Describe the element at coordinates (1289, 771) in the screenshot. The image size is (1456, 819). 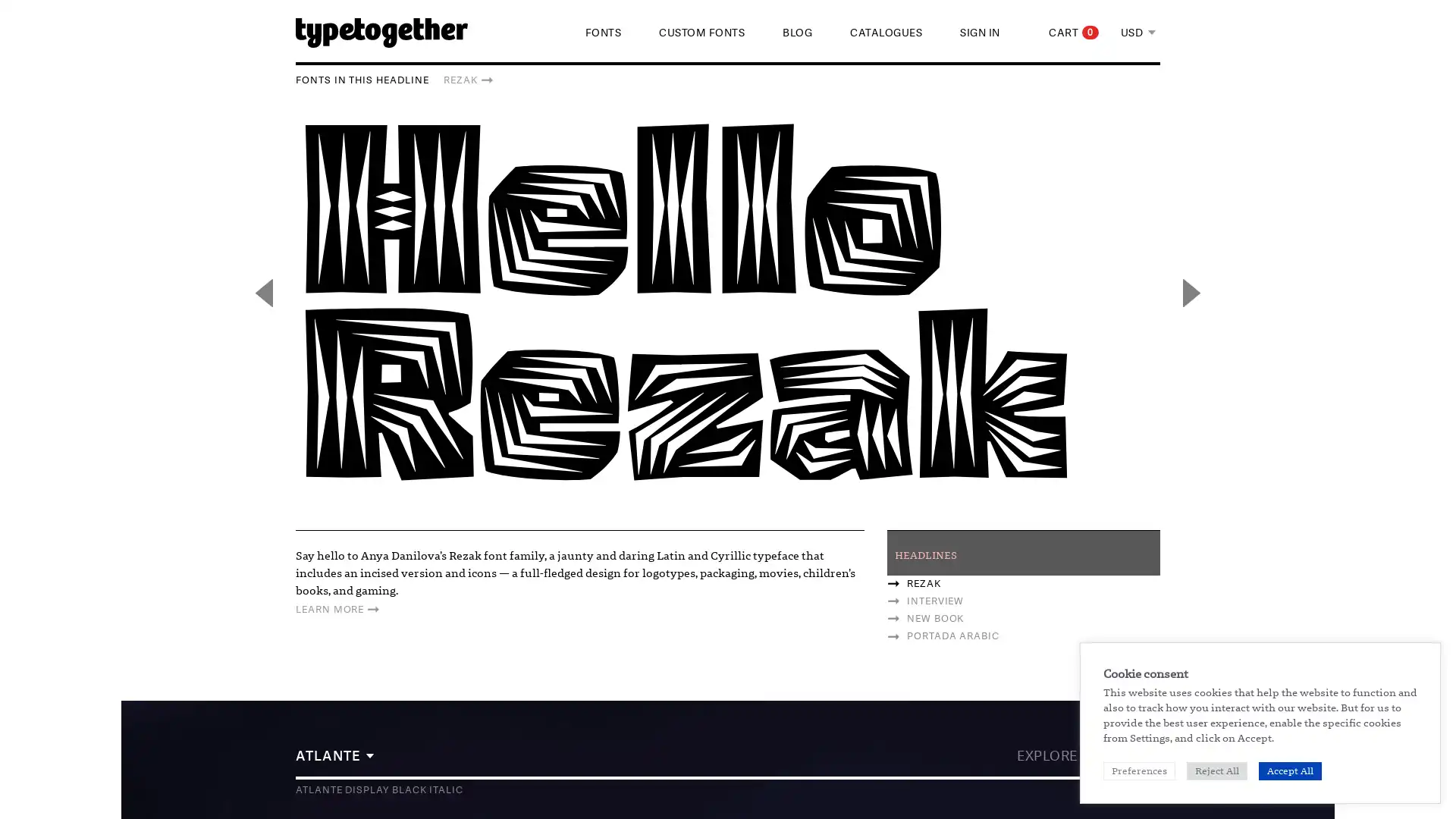
I see `Accept All` at that location.